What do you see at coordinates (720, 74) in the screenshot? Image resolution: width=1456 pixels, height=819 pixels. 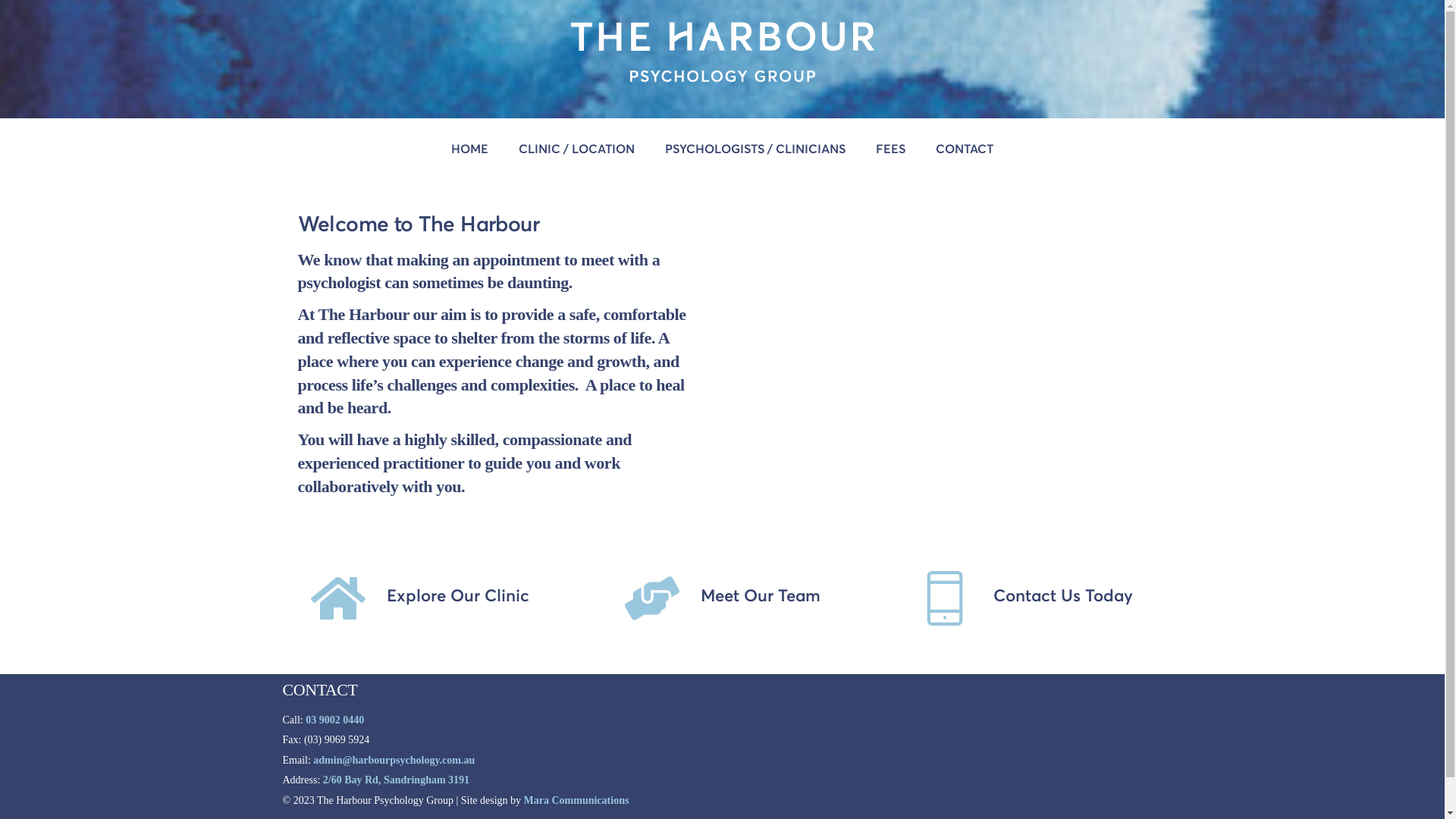 I see `'The Harbour Psychology Group'` at bounding box center [720, 74].